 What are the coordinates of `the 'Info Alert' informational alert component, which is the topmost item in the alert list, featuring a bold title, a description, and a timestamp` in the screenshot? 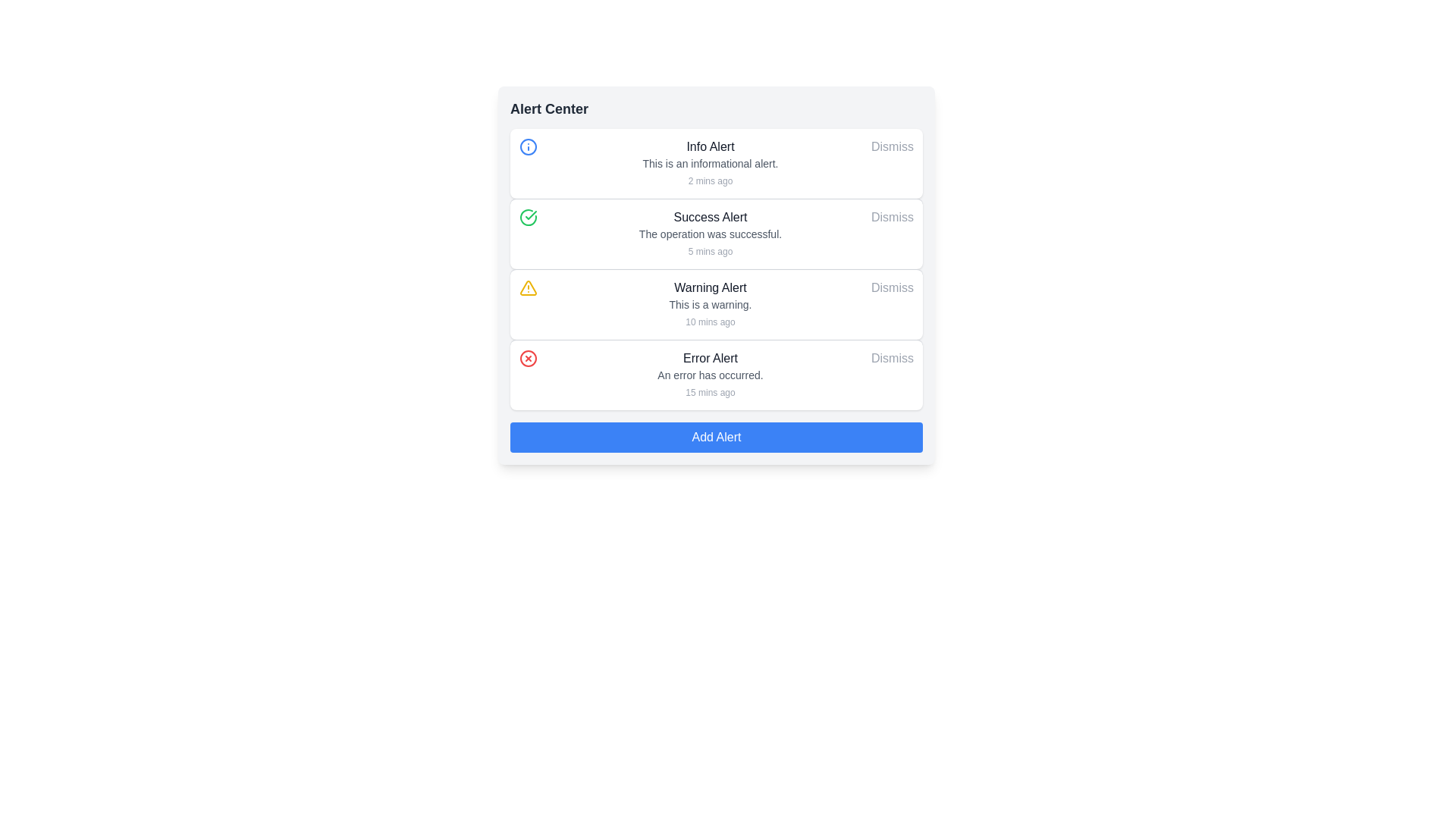 It's located at (709, 164).